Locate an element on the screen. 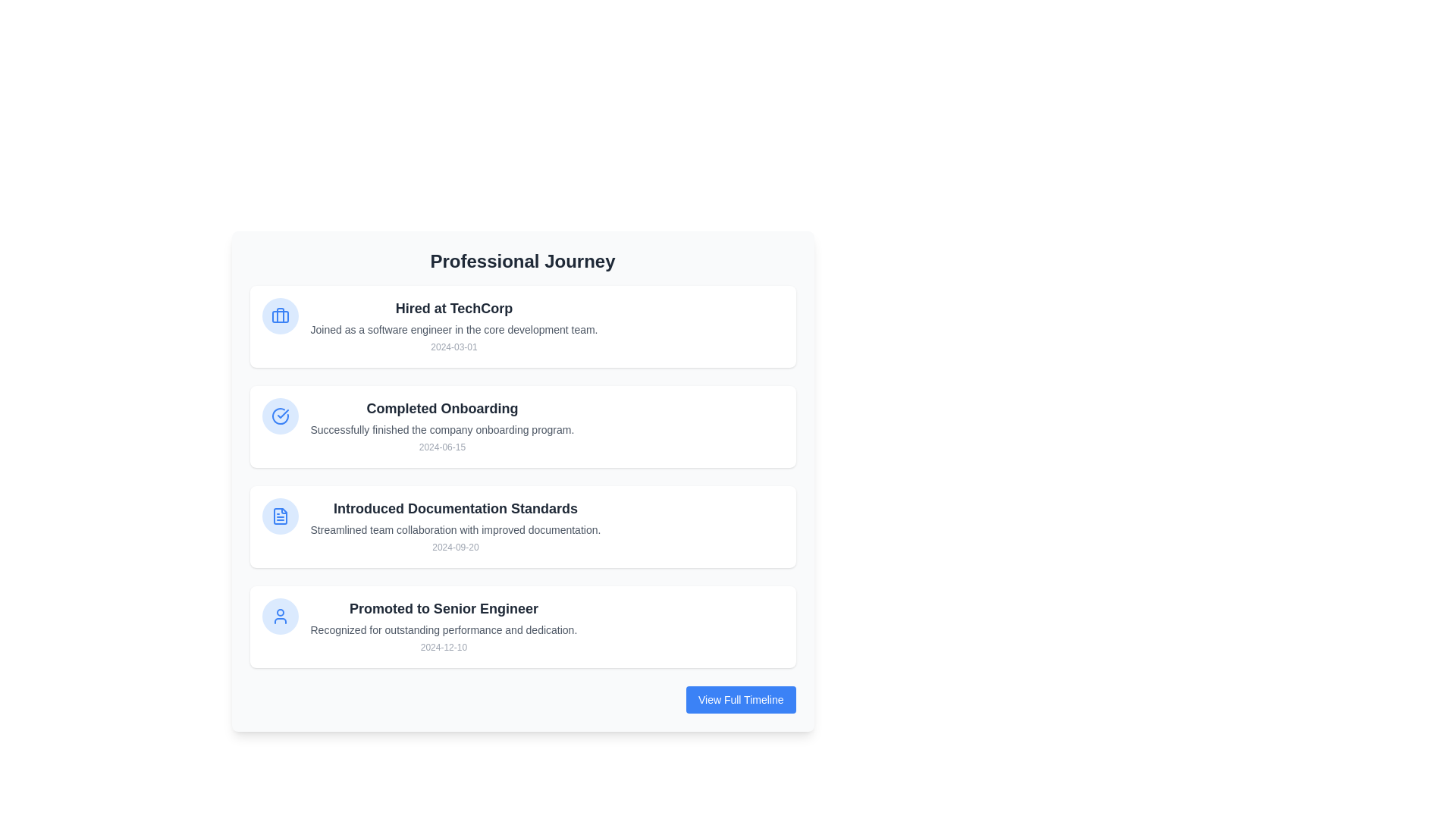 The width and height of the screenshot is (1456, 819). the 'Hired at TechCorp' card in the 'Professional Journey' section to allow for dynamic changes is located at coordinates (522, 326).